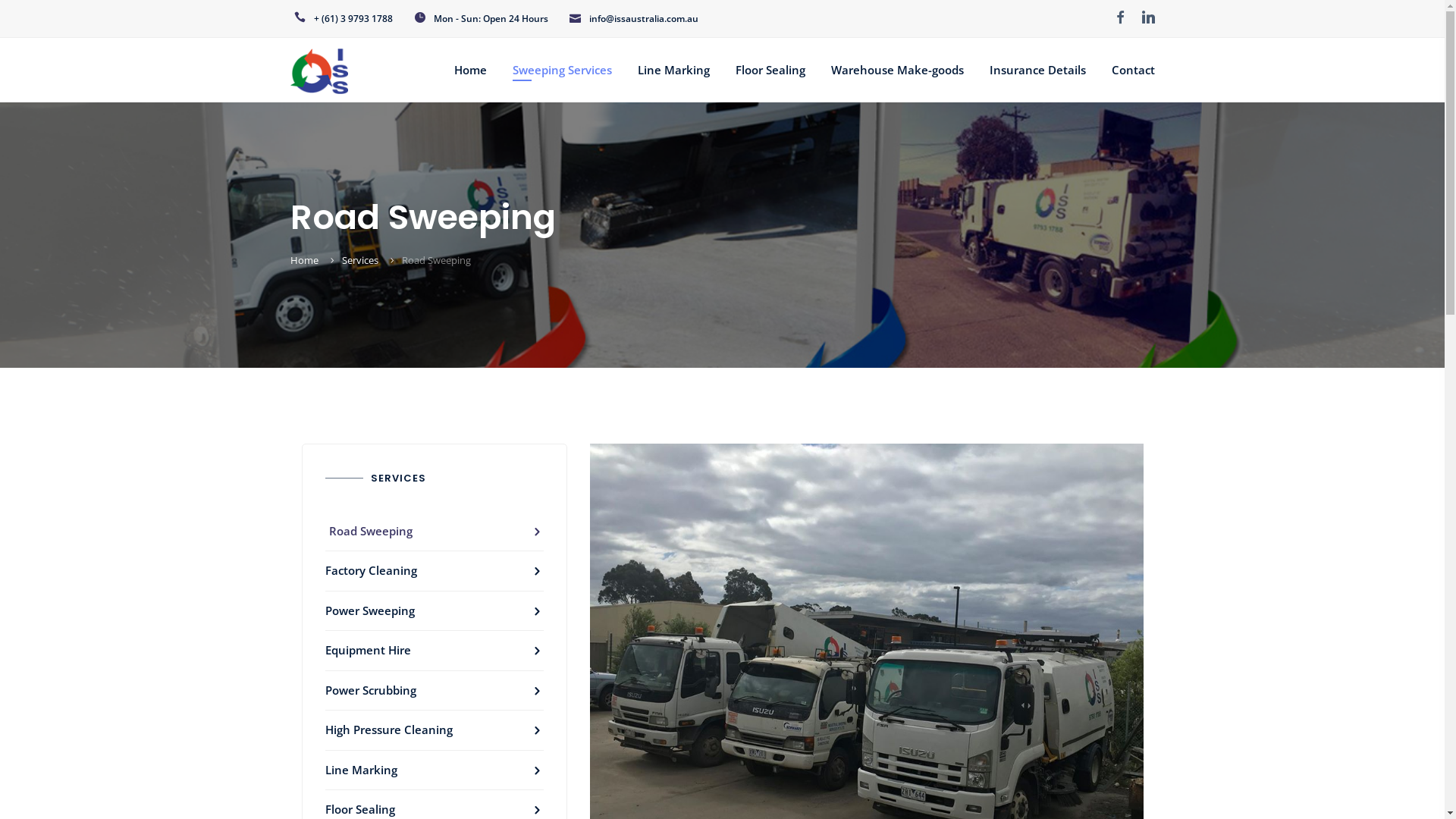  What do you see at coordinates (1133, 70) in the screenshot?
I see `'Contact'` at bounding box center [1133, 70].